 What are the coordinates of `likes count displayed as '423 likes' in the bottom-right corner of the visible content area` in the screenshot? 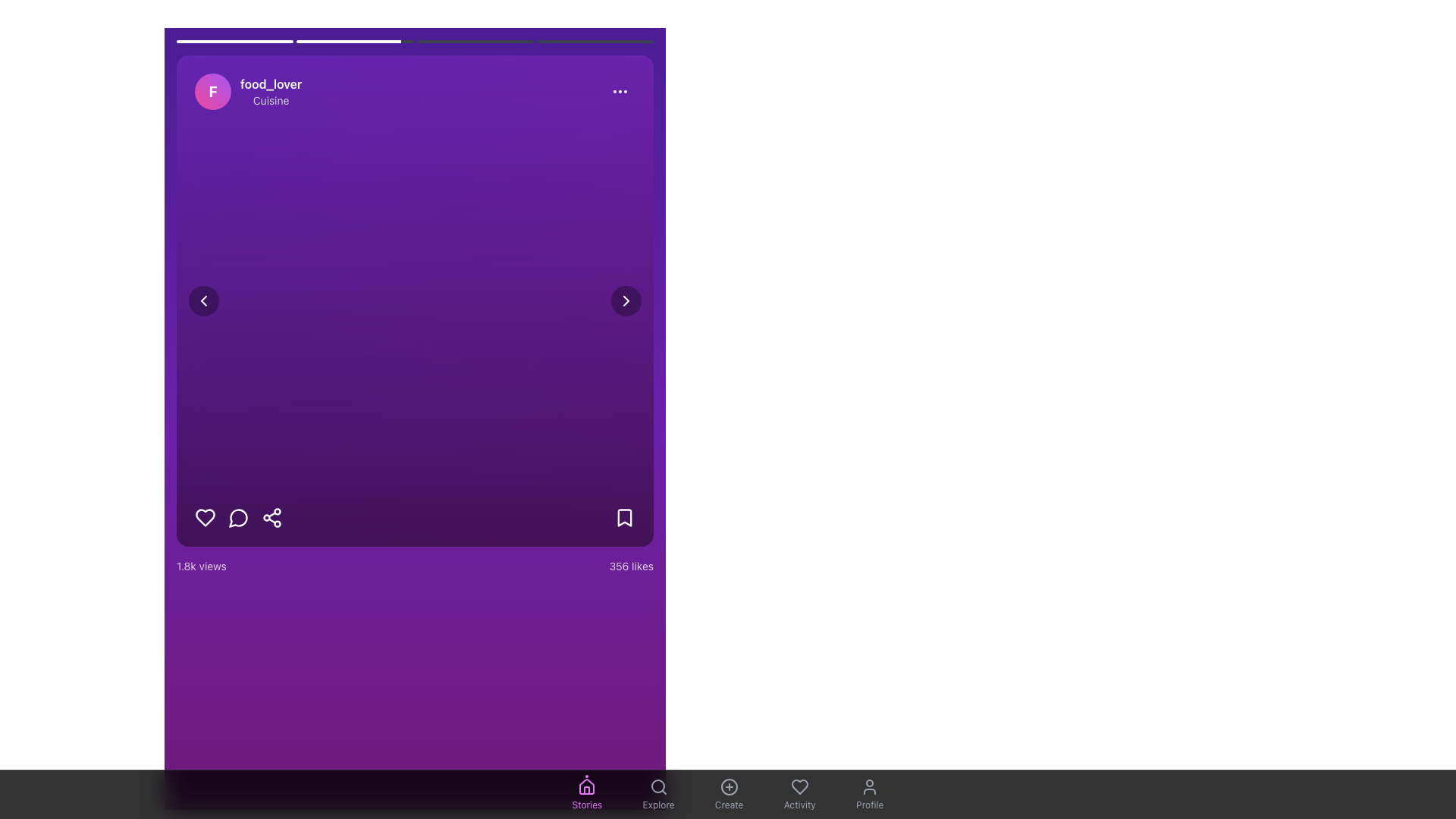 It's located at (631, 566).